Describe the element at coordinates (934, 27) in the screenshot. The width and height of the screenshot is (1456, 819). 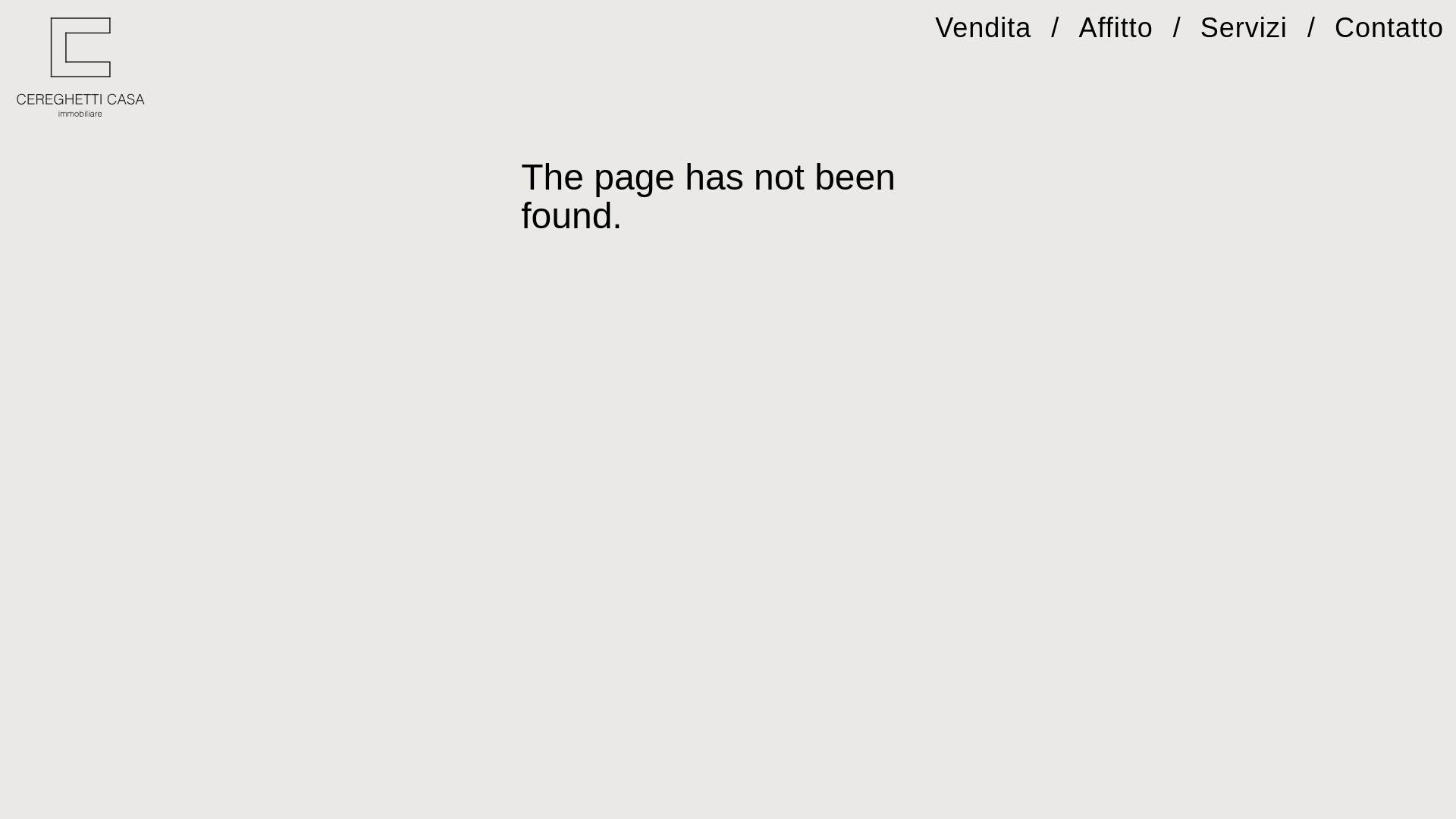
I see `'Vendita'` at that location.